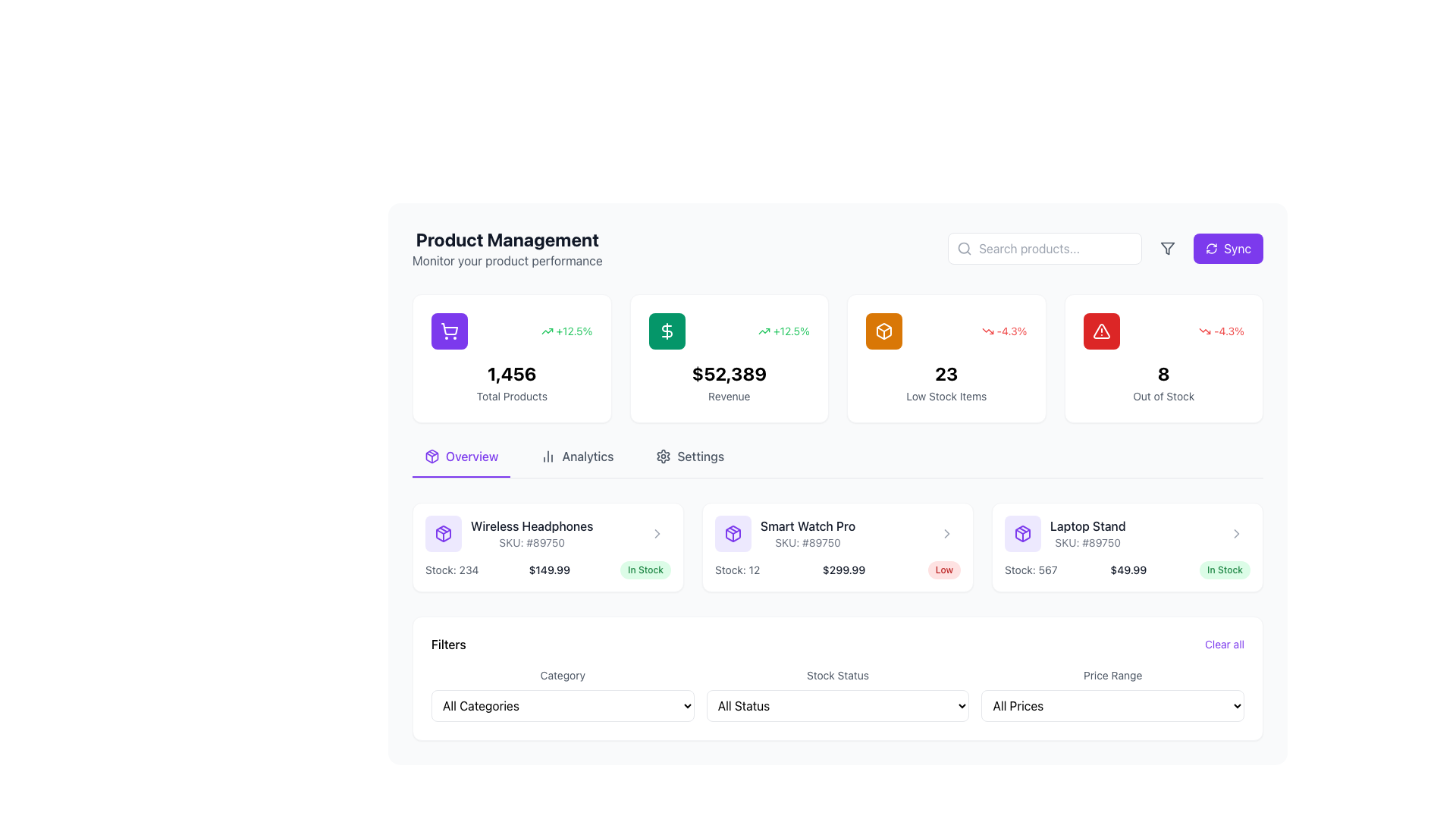 The image size is (1456, 819). I want to click on the static text label displaying the price of the product located within the card labeled 'Wireless Headphones', positioned below the 'Stock: 234' label and above the 'In Stock' chip, so click(548, 570).